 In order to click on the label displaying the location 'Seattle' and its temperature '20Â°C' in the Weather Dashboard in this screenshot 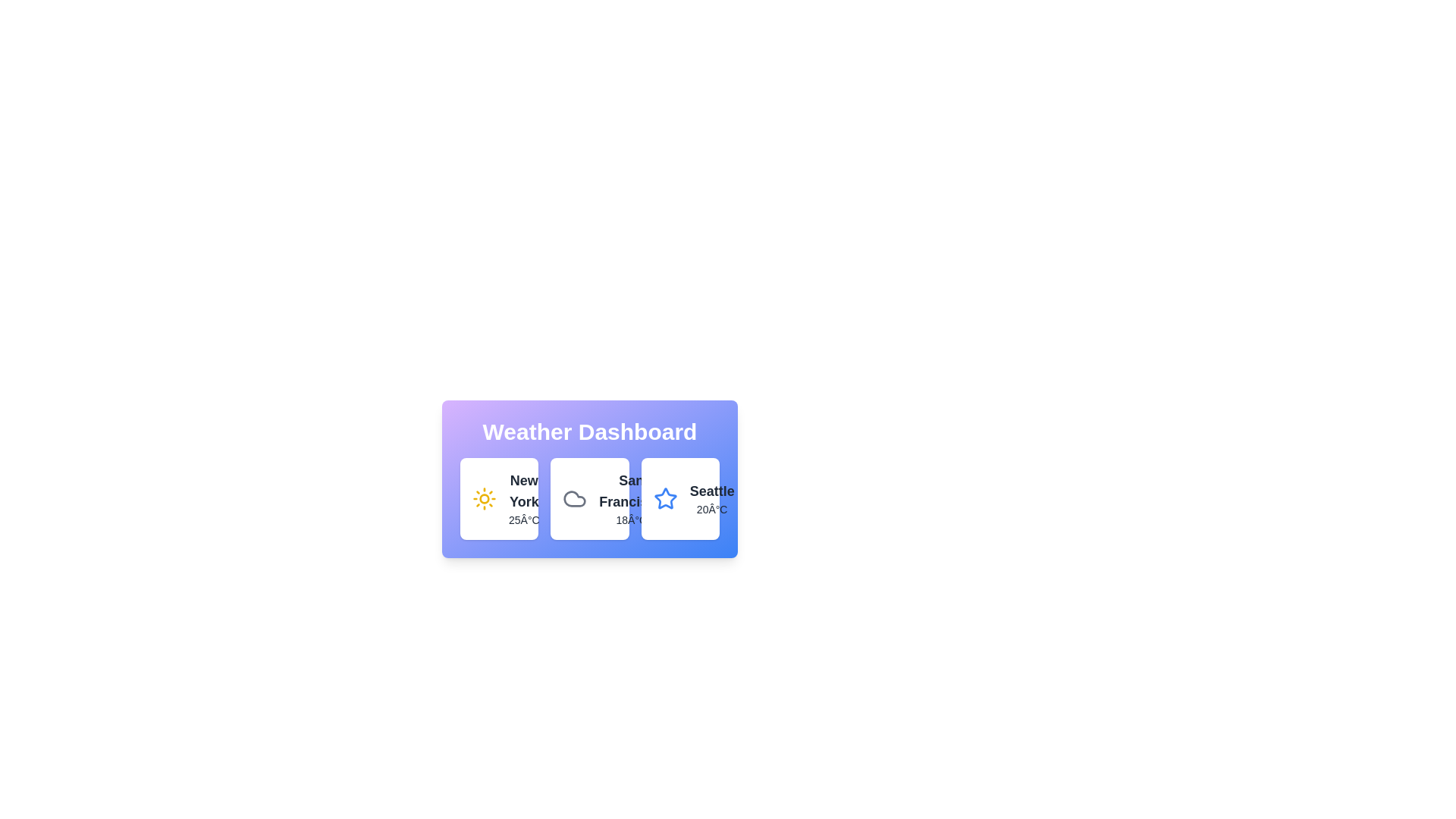, I will do `click(711, 499)`.